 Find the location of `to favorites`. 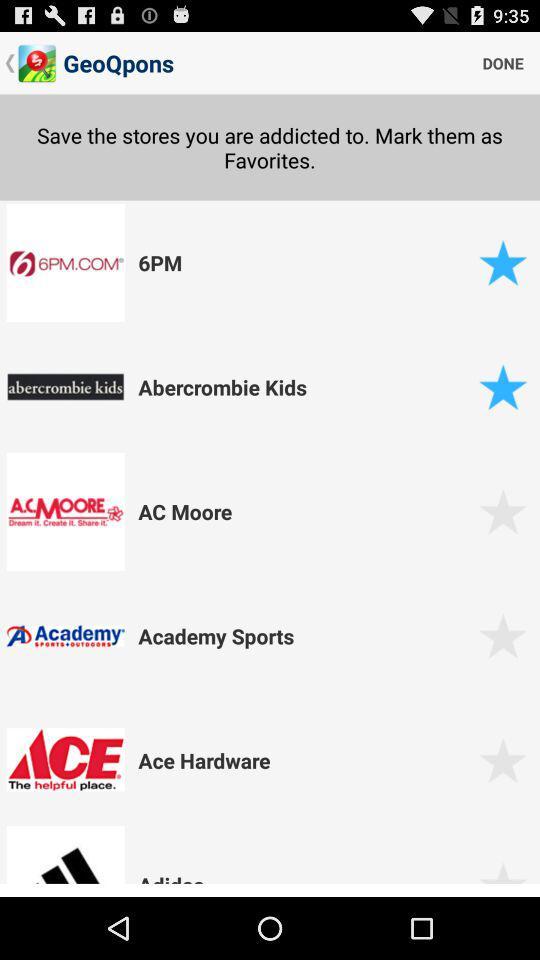

to favorites is located at coordinates (502, 510).